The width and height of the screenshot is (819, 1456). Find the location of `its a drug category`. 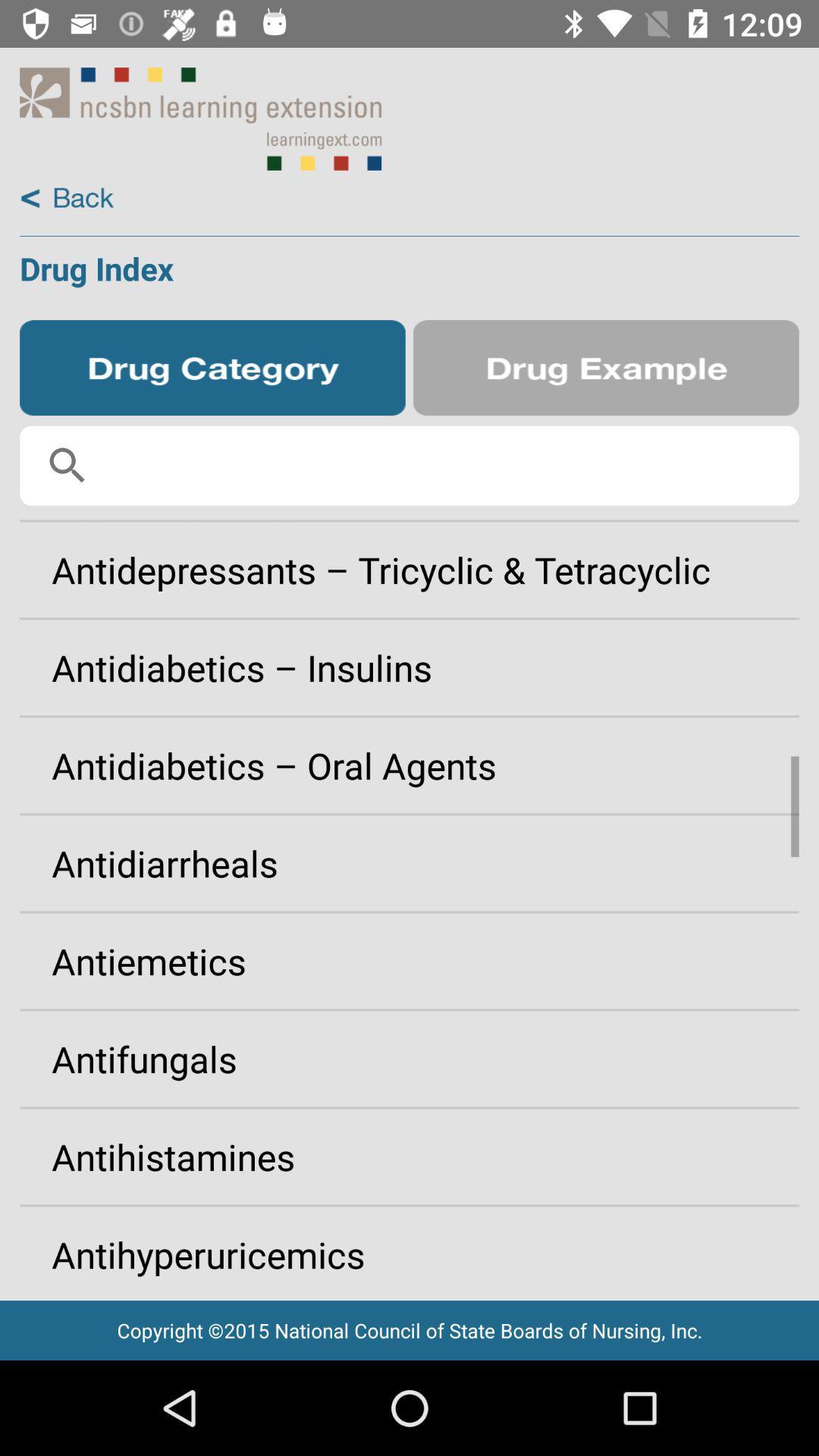

its a drug category is located at coordinates (212, 368).